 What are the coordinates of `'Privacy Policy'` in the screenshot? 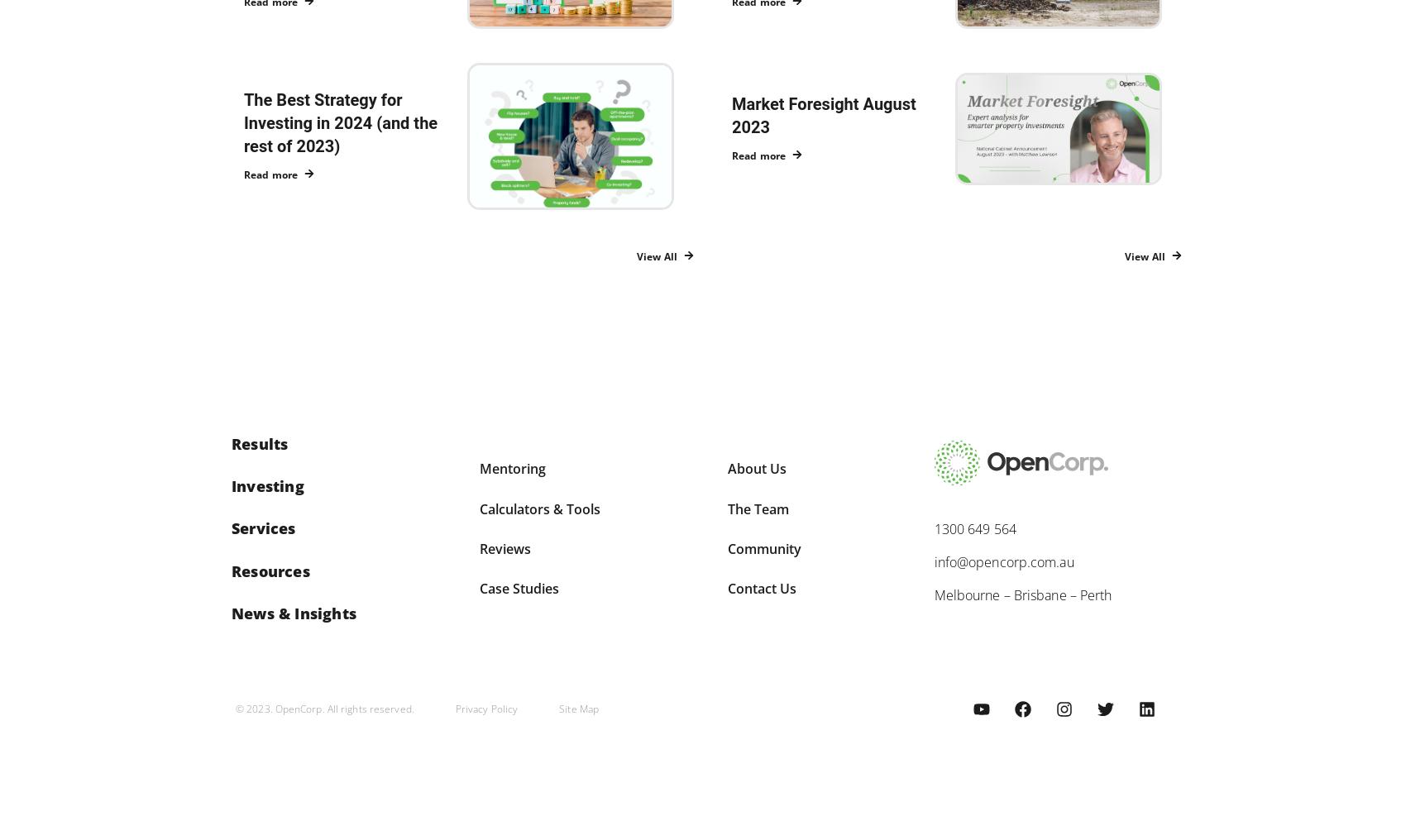 It's located at (485, 708).